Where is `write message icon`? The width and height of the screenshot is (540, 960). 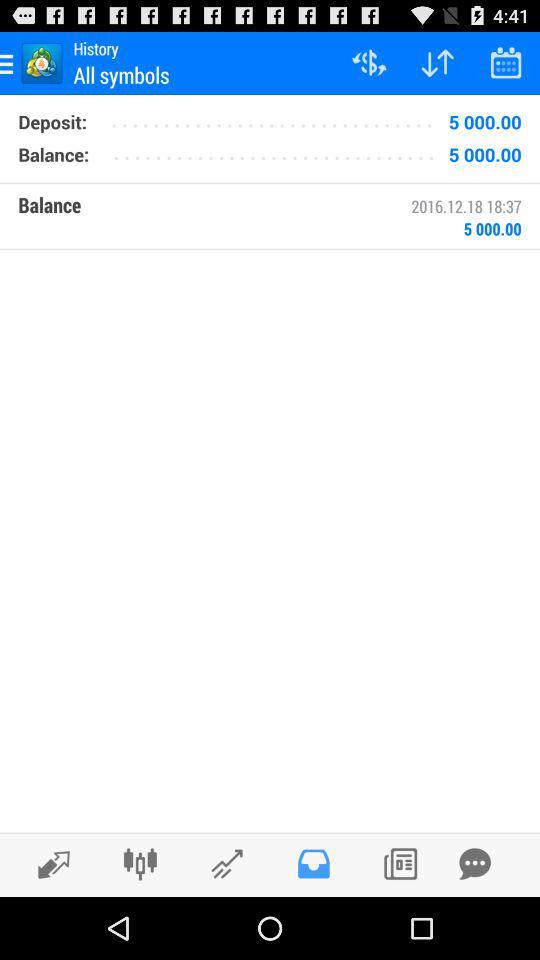 write message icon is located at coordinates (474, 863).